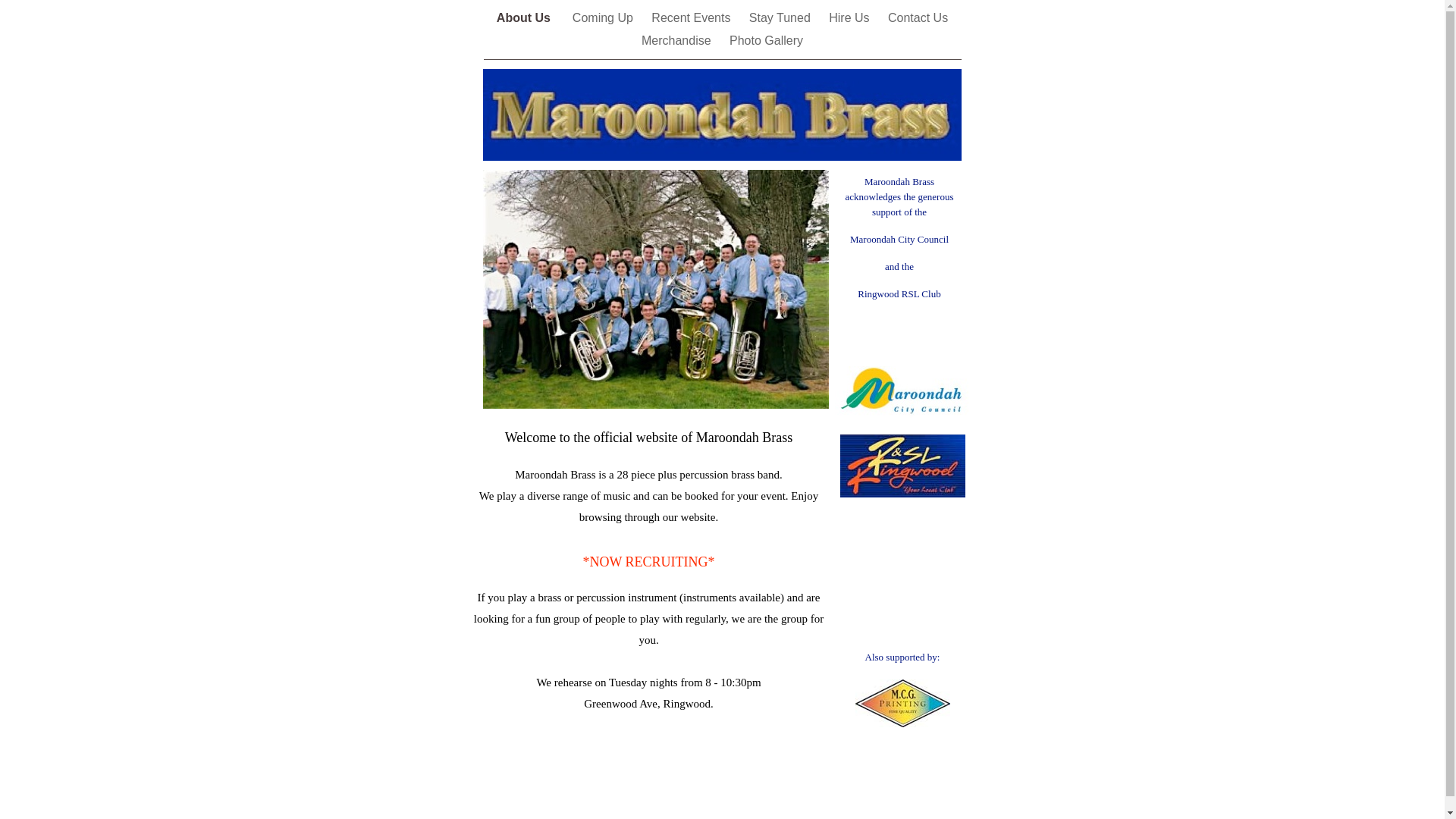  I want to click on 'Contact Us', so click(888, 17).